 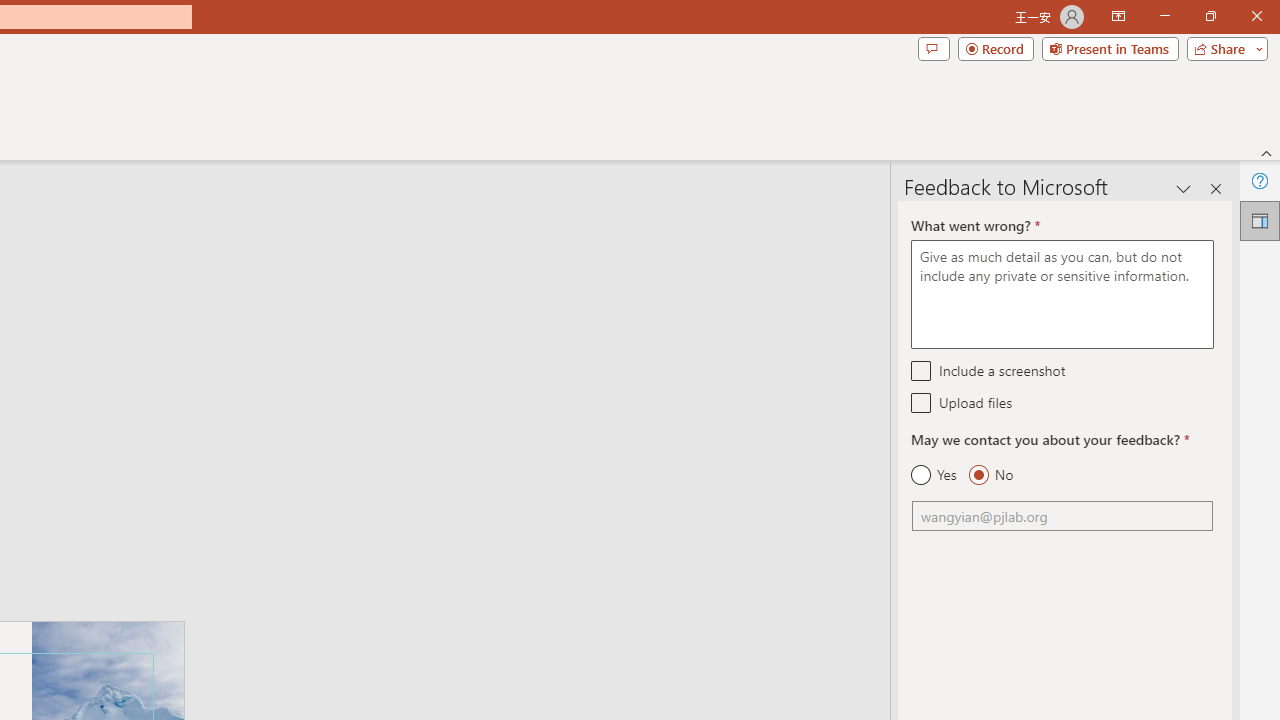 I want to click on 'Comments', so click(x=932, y=47).